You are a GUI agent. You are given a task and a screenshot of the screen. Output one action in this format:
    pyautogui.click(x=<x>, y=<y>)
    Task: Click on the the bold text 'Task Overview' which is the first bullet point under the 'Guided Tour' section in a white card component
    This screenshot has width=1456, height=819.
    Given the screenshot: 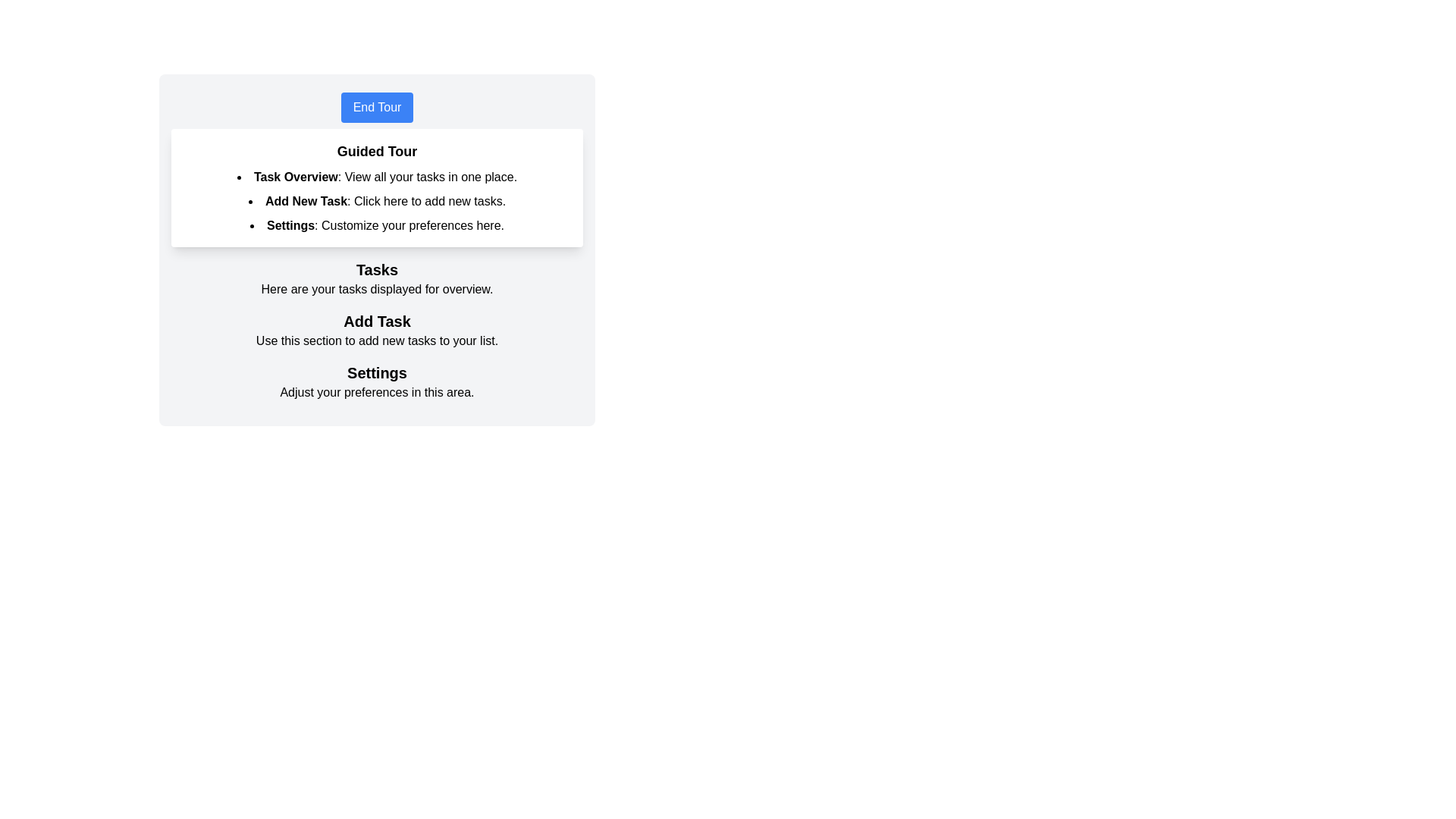 What is the action you would take?
    pyautogui.click(x=296, y=176)
    